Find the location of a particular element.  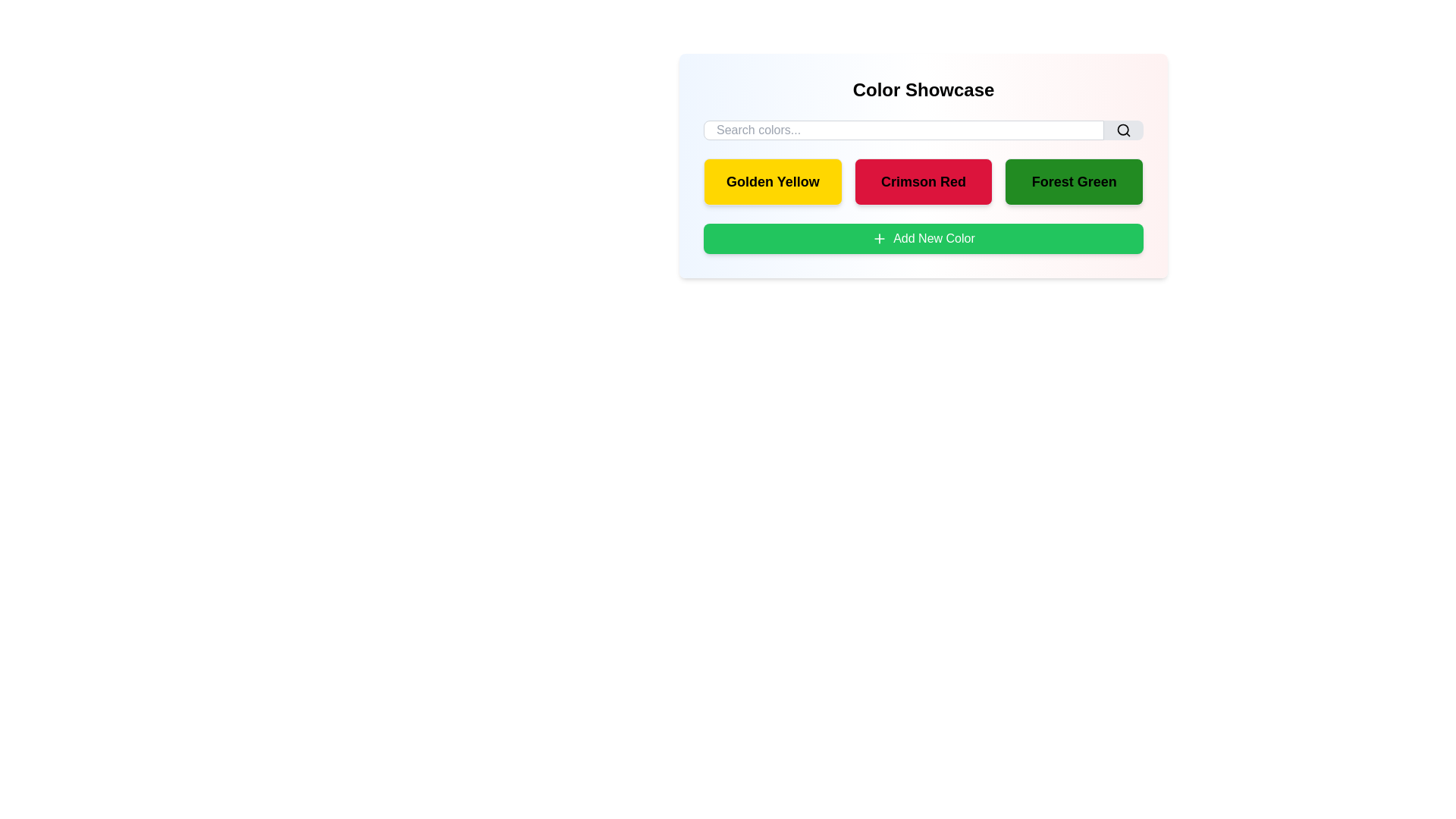

the search icon located at the far-right end of the search bar is located at coordinates (1124, 130).